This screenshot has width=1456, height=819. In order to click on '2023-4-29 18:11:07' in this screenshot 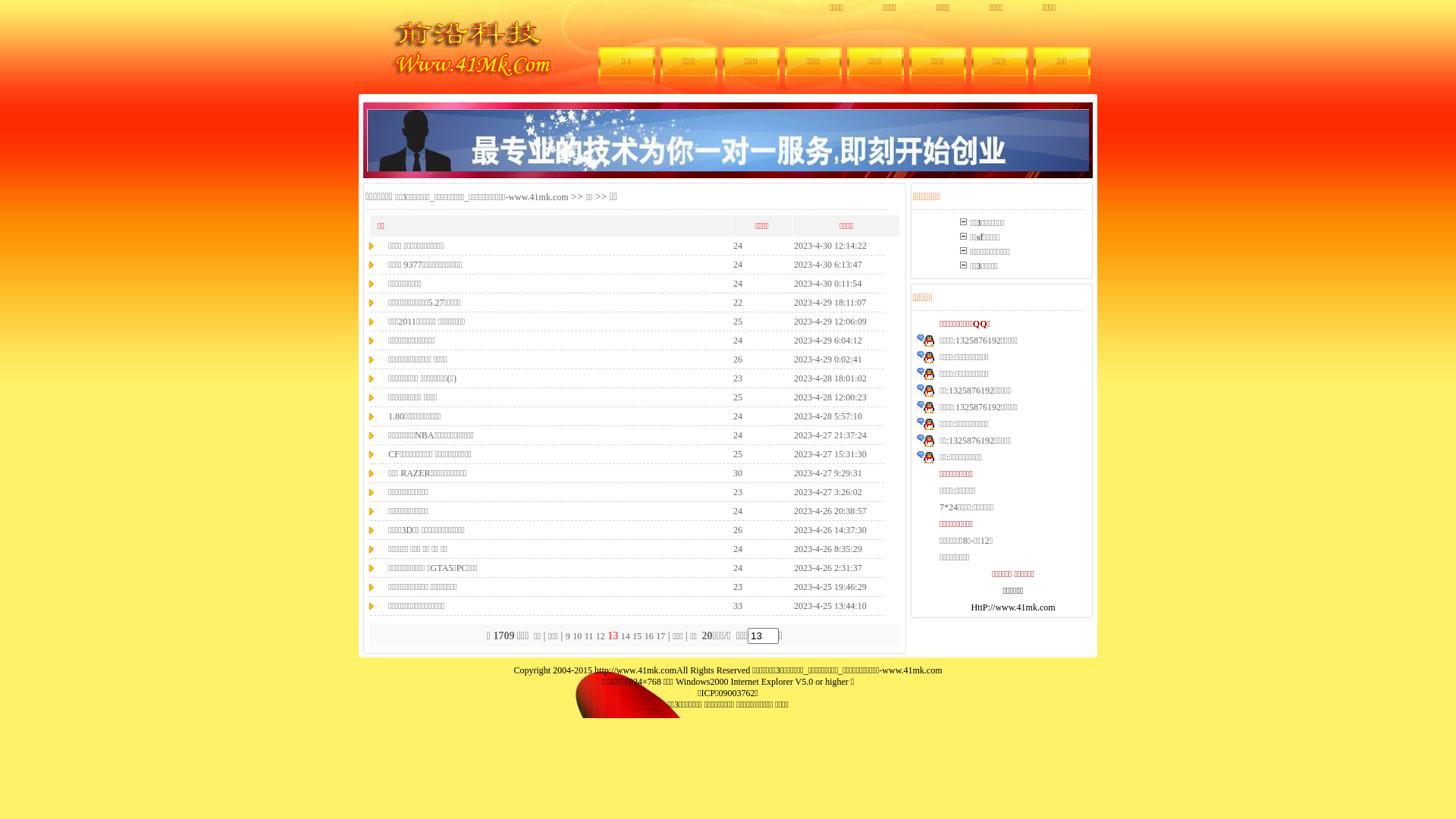, I will do `click(829, 302)`.